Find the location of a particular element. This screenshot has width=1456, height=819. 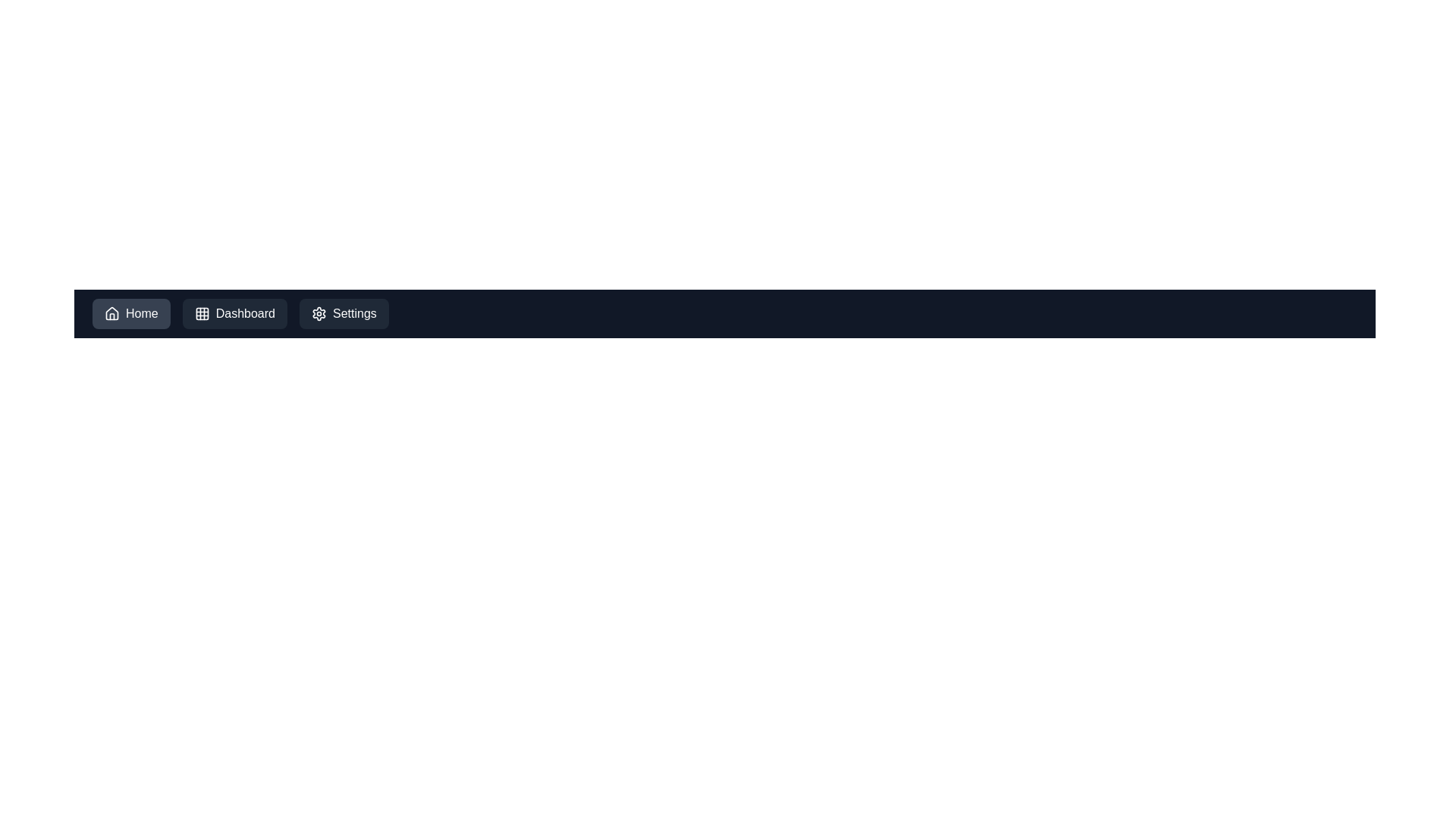

the gear-shaped icon located in the 'Settings' button on the navigation bar is located at coordinates (318, 312).